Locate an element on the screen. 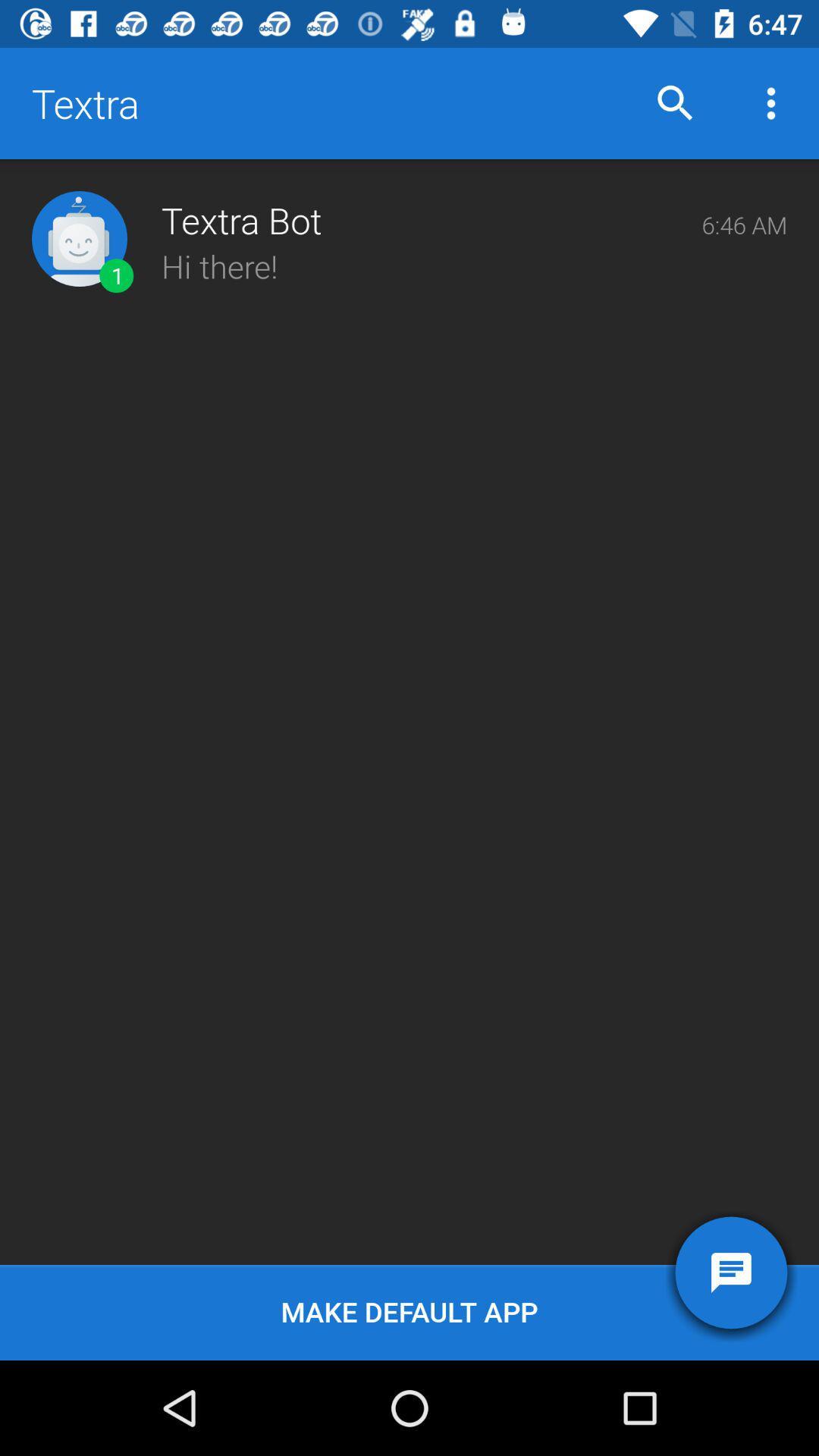 This screenshot has height=1456, width=819. make default app item is located at coordinates (409, 1312).